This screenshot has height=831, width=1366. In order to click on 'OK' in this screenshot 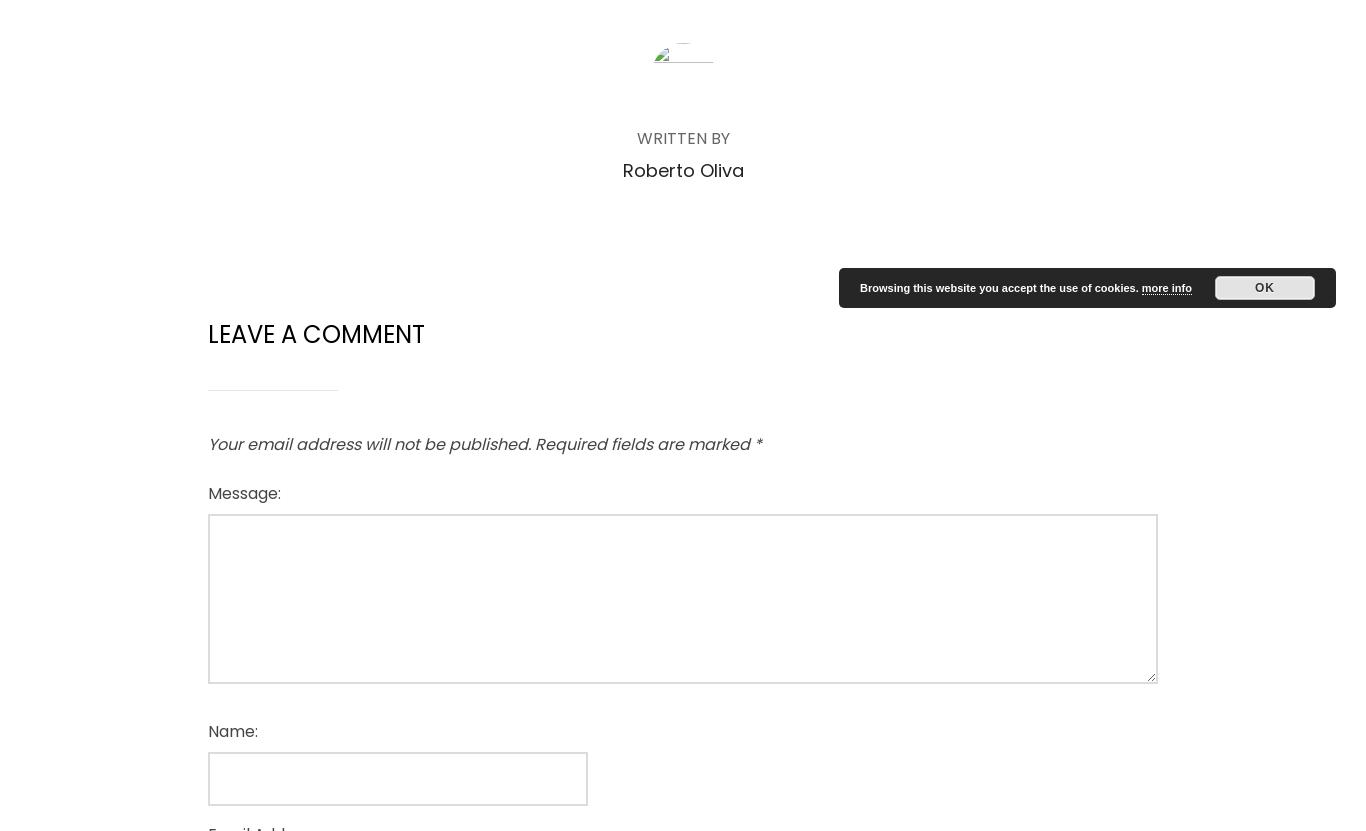, I will do `click(1264, 288)`.